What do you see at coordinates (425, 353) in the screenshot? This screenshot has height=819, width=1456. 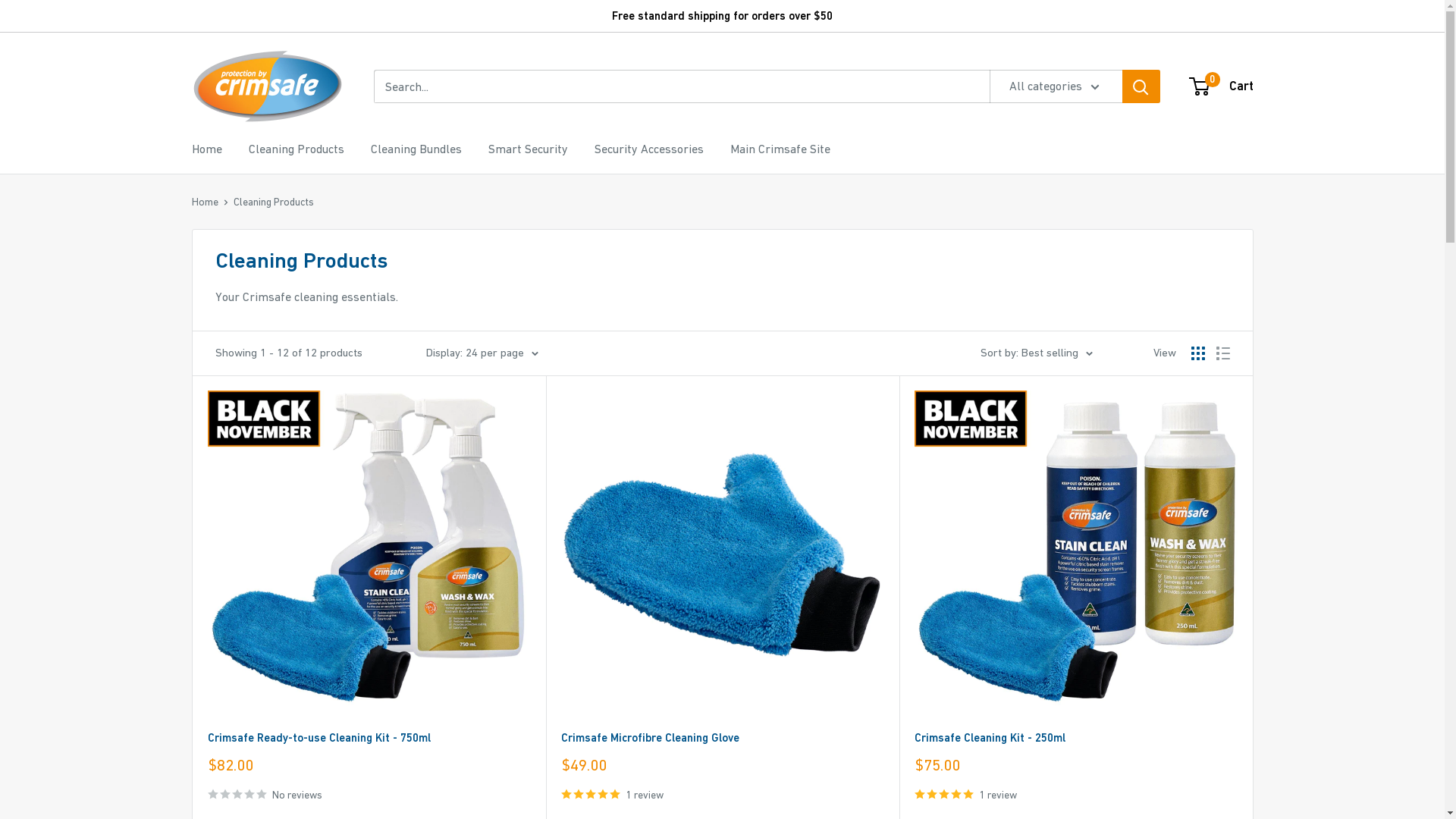 I see `'Display: 24 per page'` at bounding box center [425, 353].